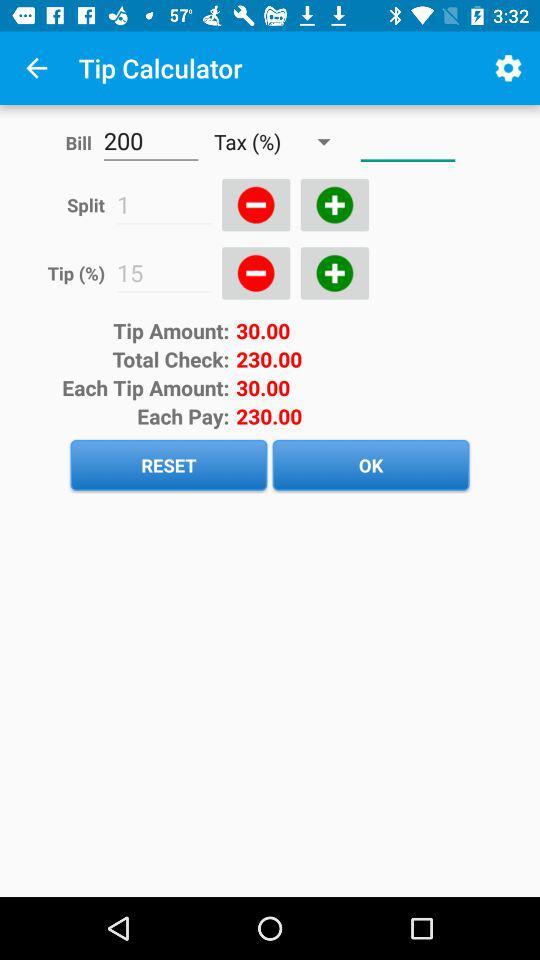 The width and height of the screenshot is (540, 960). I want to click on minues, so click(256, 205).